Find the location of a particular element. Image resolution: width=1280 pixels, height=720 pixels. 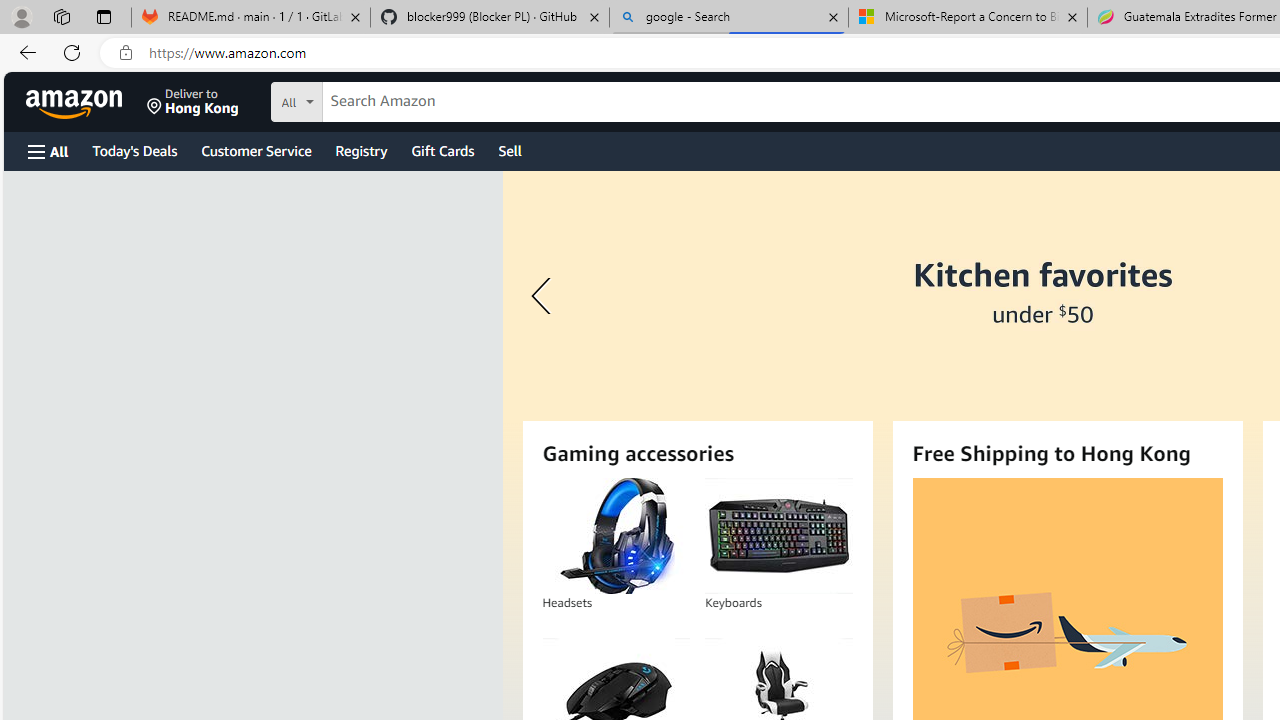

'Open Menu' is located at coordinates (48, 150).